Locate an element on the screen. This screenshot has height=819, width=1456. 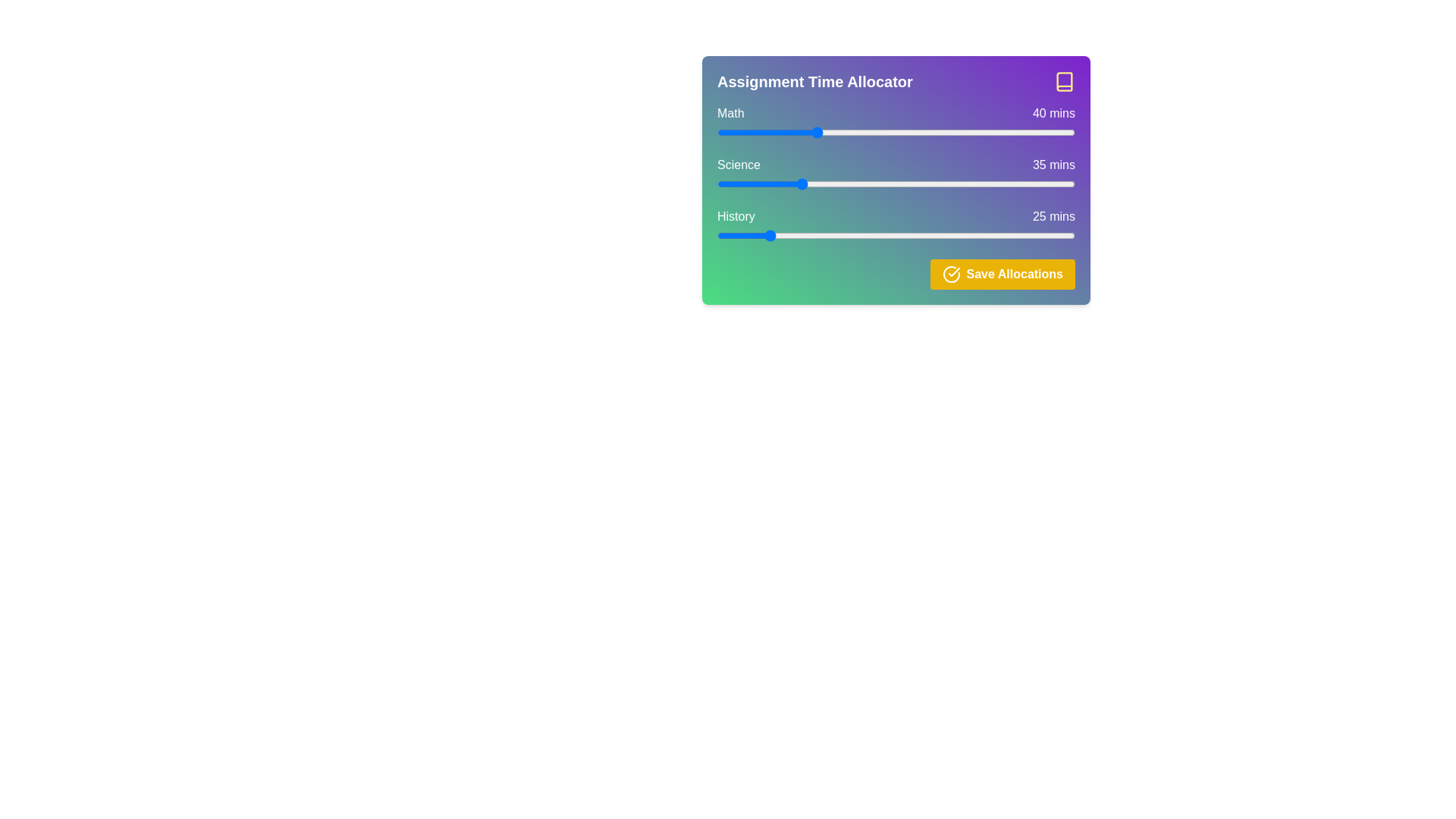
the history allocation time is located at coordinates (880, 236).